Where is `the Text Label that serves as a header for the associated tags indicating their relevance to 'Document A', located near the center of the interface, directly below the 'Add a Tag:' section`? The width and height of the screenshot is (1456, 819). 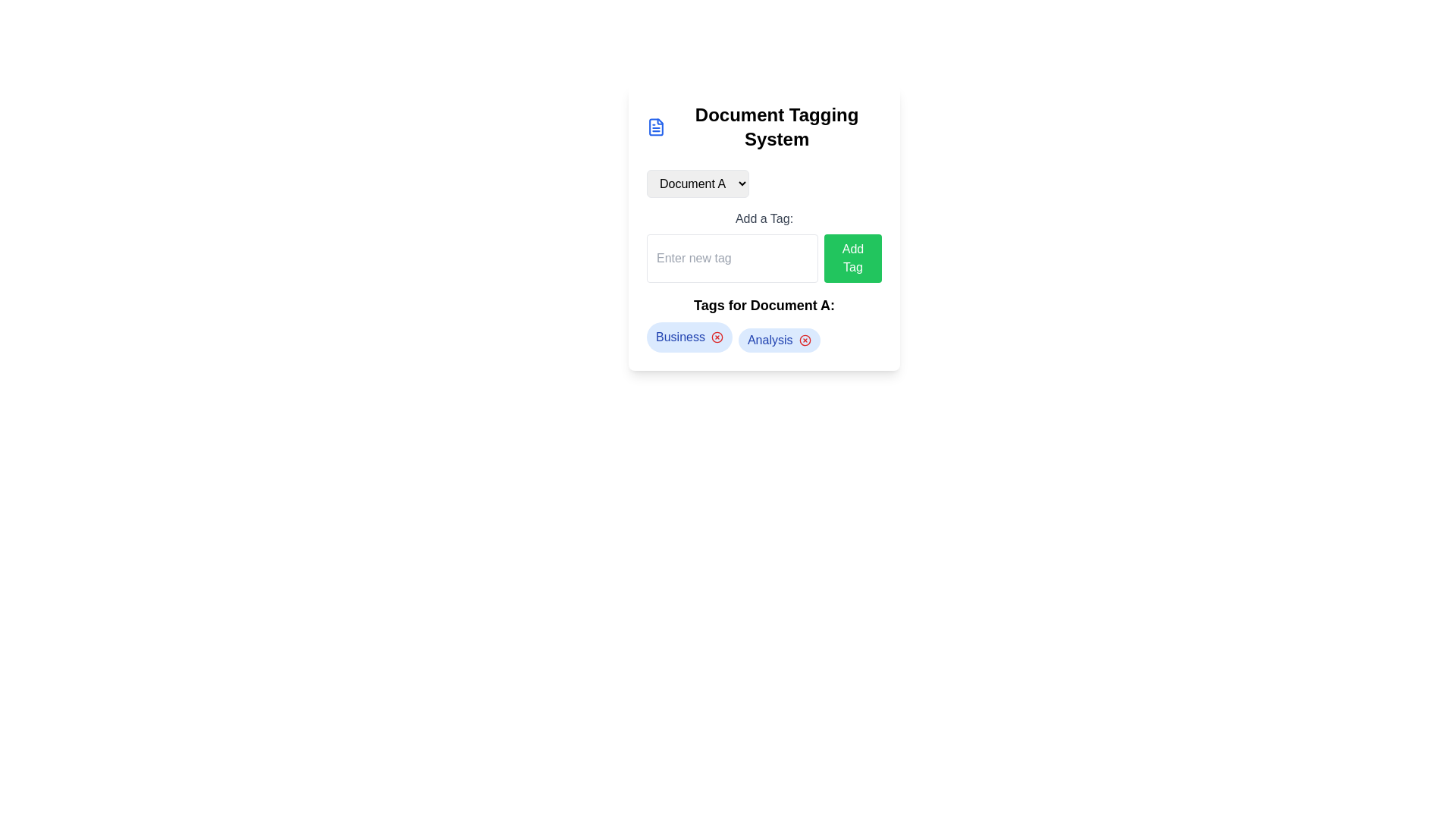 the Text Label that serves as a header for the associated tags indicating their relevance to 'Document A', located near the center of the interface, directly below the 'Add a Tag:' section is located at coordinates (764, 305).